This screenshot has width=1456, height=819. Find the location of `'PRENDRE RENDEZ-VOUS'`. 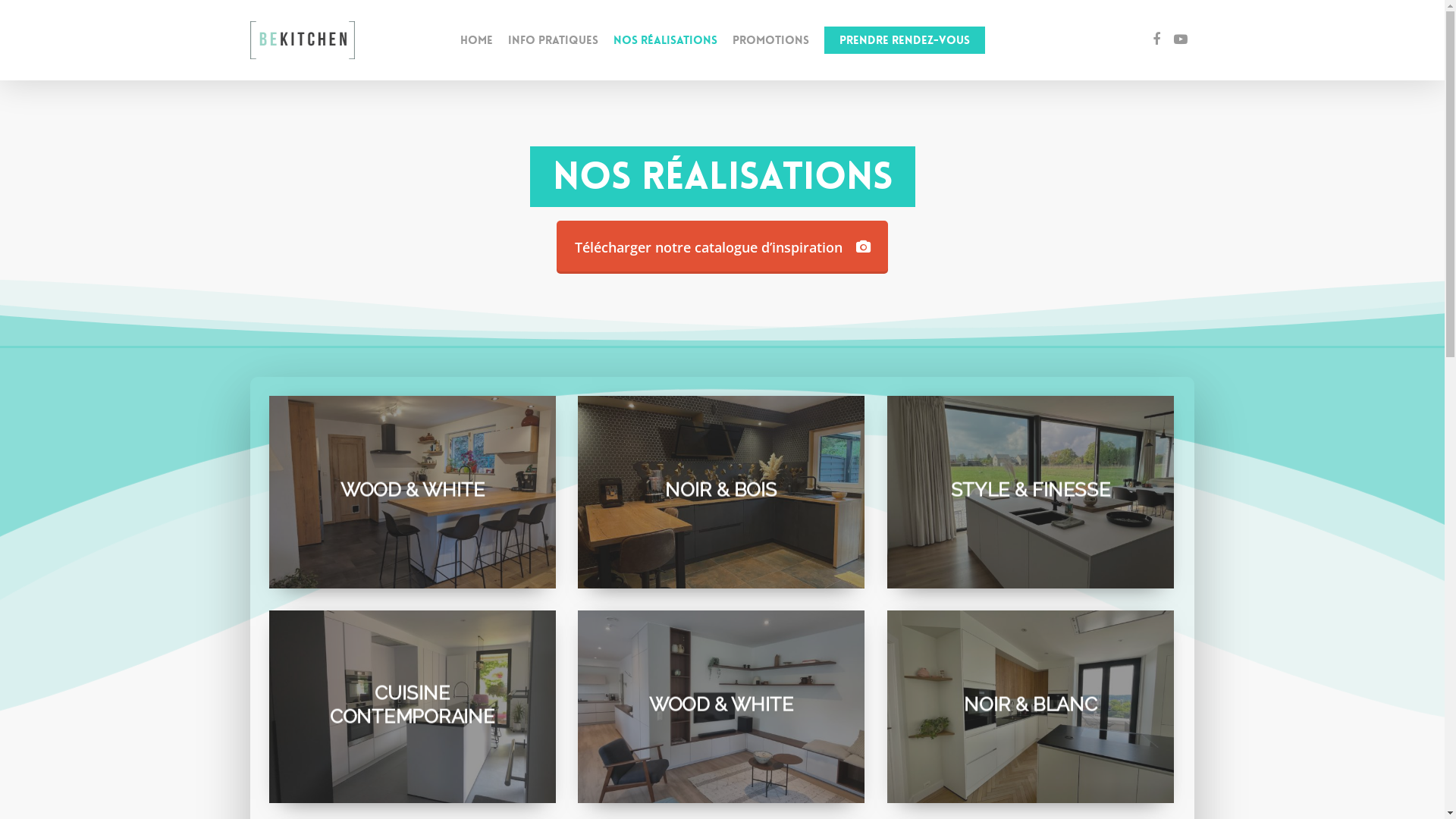

'PRENDRE RENDEZ-VOUS' is located at coordinates (822, 39).